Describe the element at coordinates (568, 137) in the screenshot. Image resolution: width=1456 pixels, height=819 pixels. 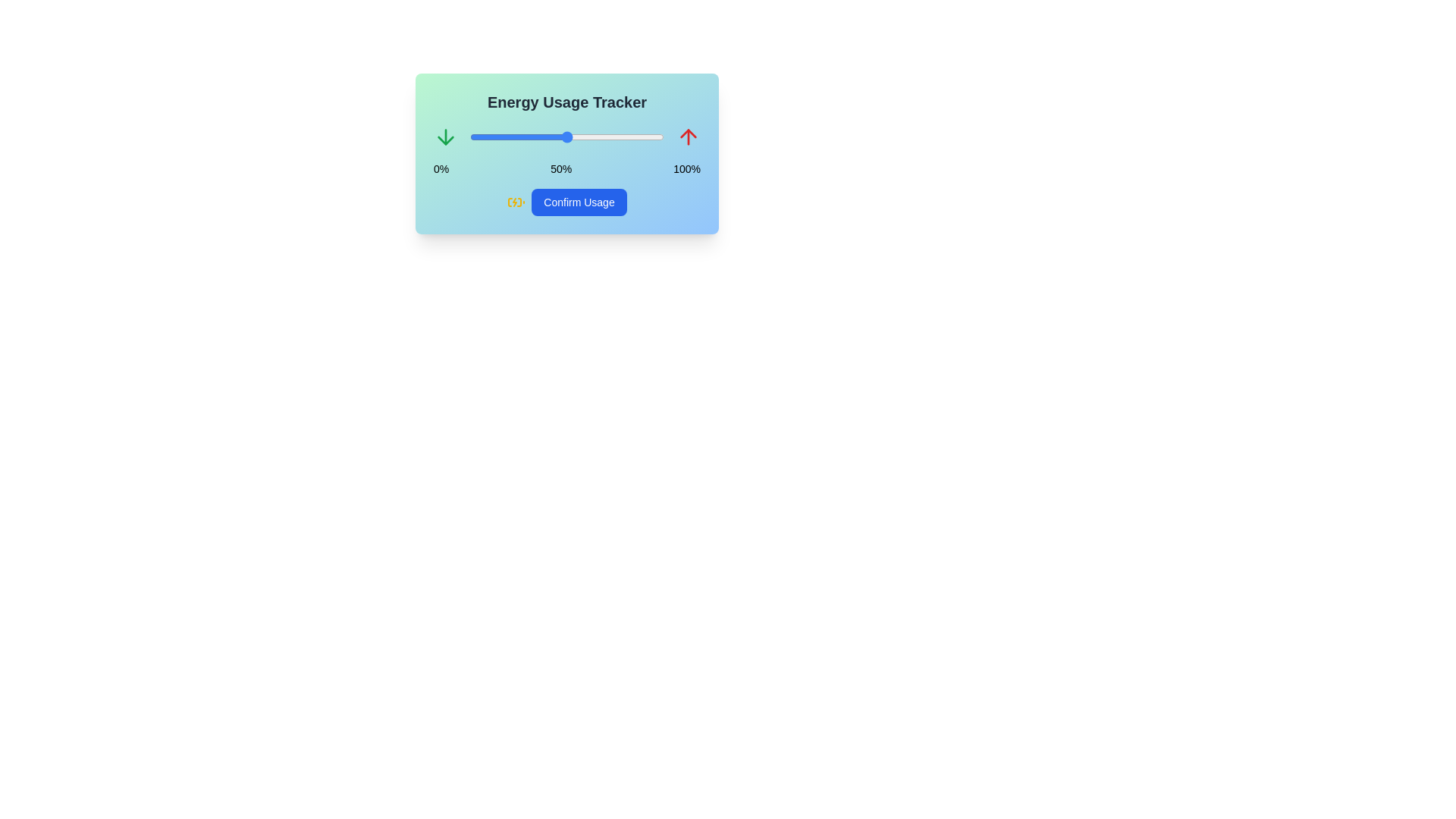
I see `the energy usage slider to 51%` at that location.